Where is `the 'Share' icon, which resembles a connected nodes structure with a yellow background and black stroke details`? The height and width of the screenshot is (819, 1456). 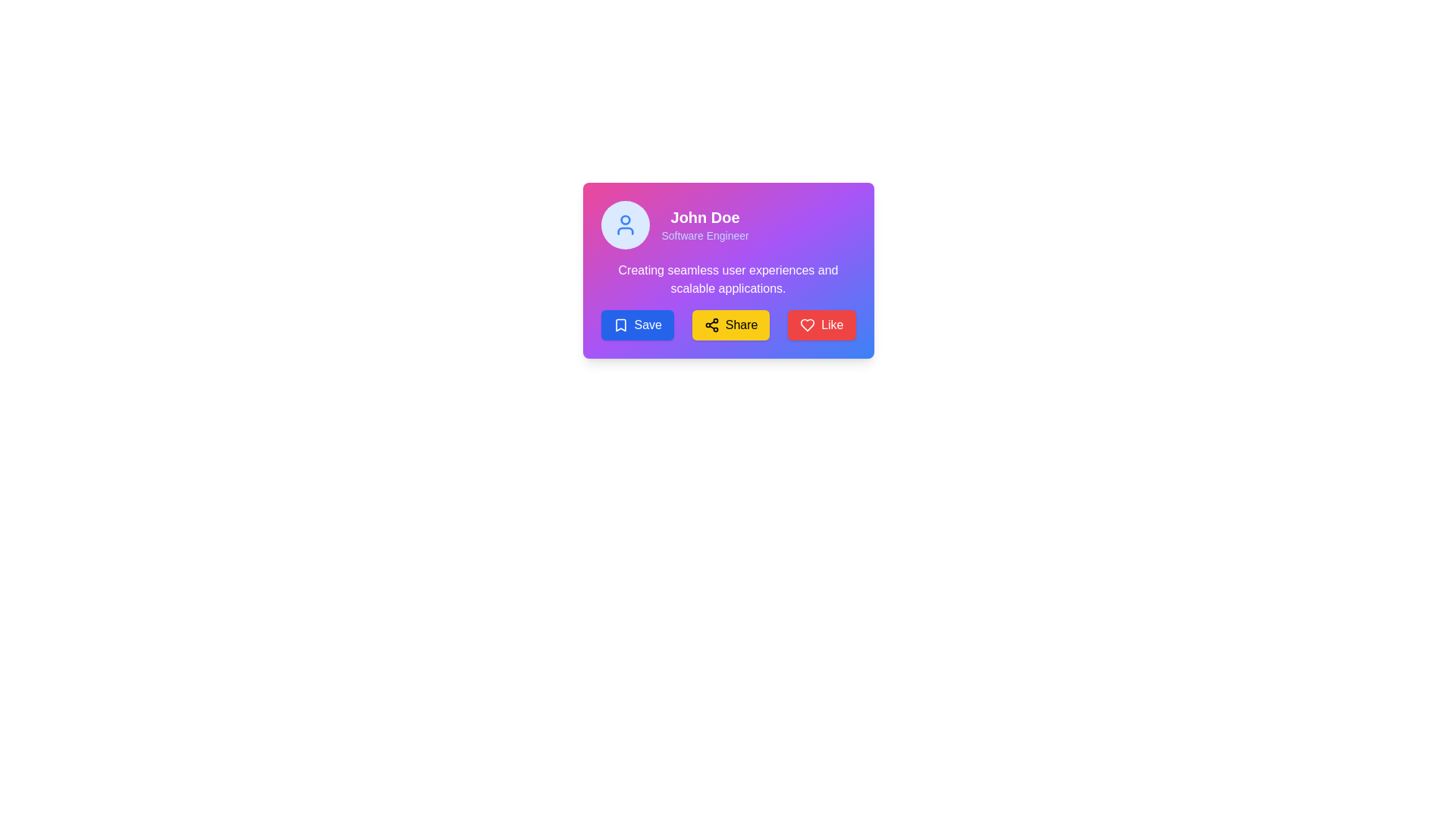 the 'Share' icon, which resembles a connected nodes structure with a yellow background and black stroke details is located at coordinates (711, 324).